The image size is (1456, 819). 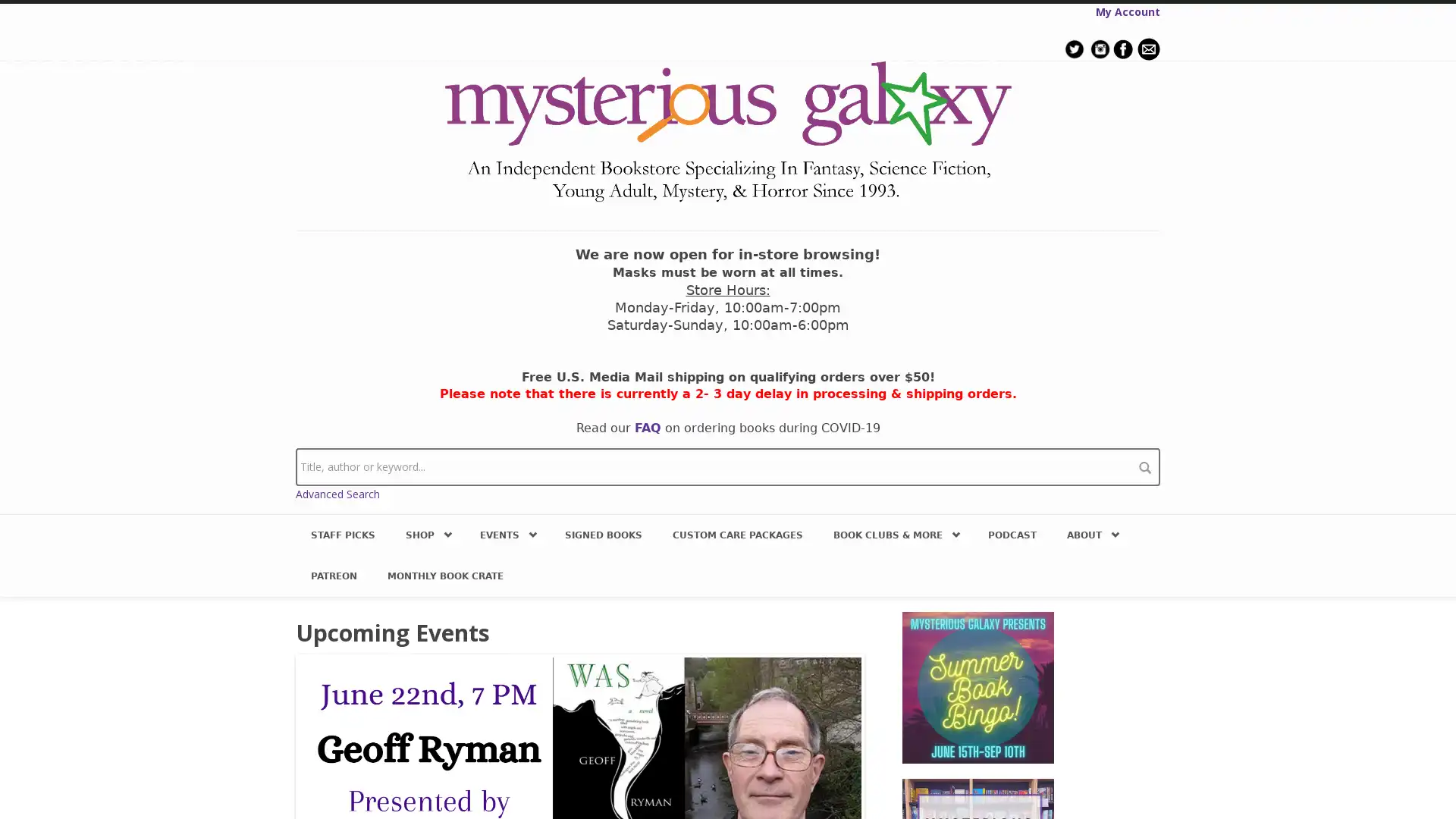 I want to click on search, so click(x=1145, y=466).